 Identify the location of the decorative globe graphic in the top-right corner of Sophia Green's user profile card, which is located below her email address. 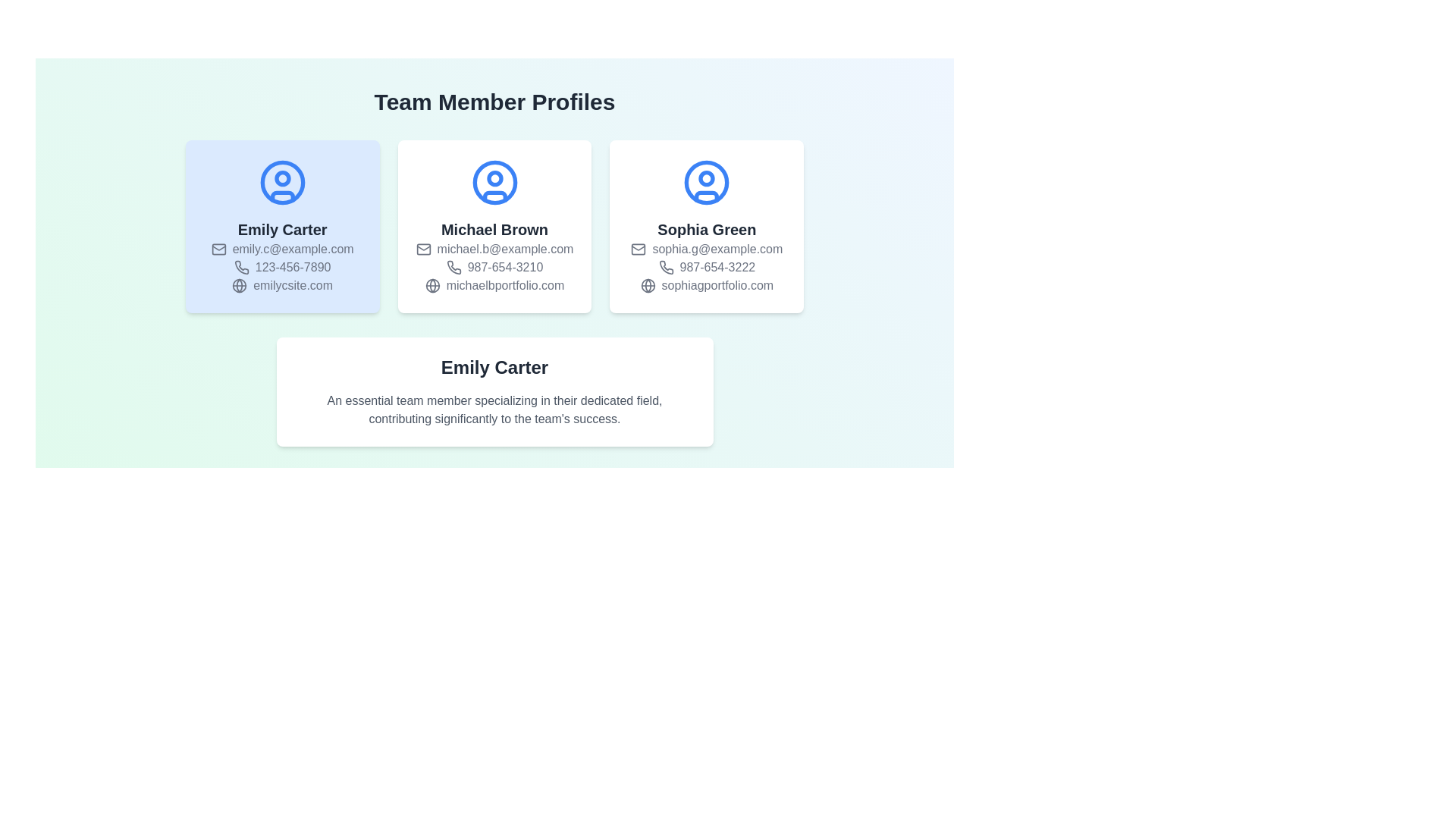
(648, 286).